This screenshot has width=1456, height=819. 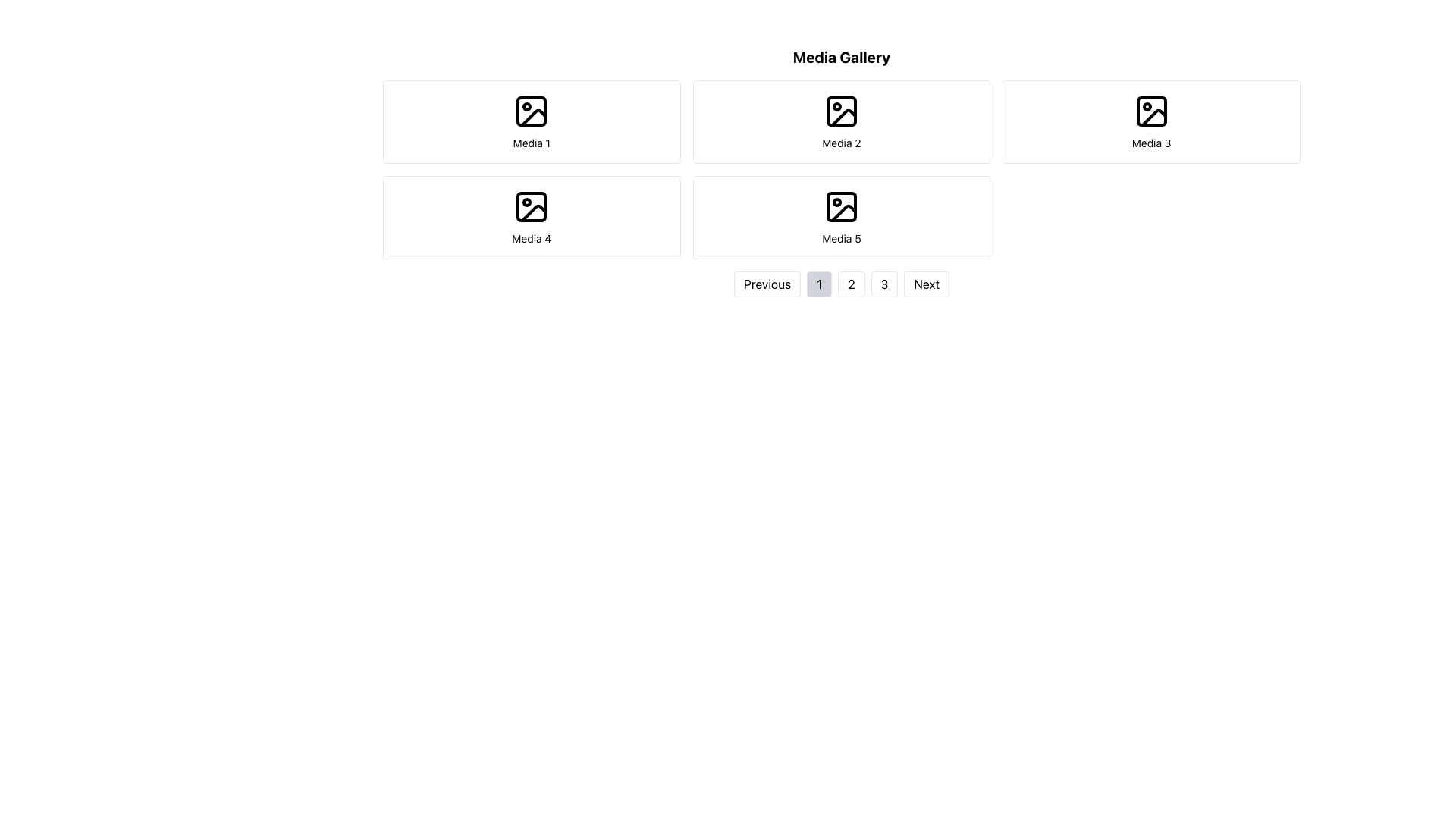 What do you see at coordinates (840, 143) in the screenshot?
I see `the text label displaying 'Media 2', which is positioned below an image placeholder in the second column of the first row in a grid layout` at bounding box center [840, 143].